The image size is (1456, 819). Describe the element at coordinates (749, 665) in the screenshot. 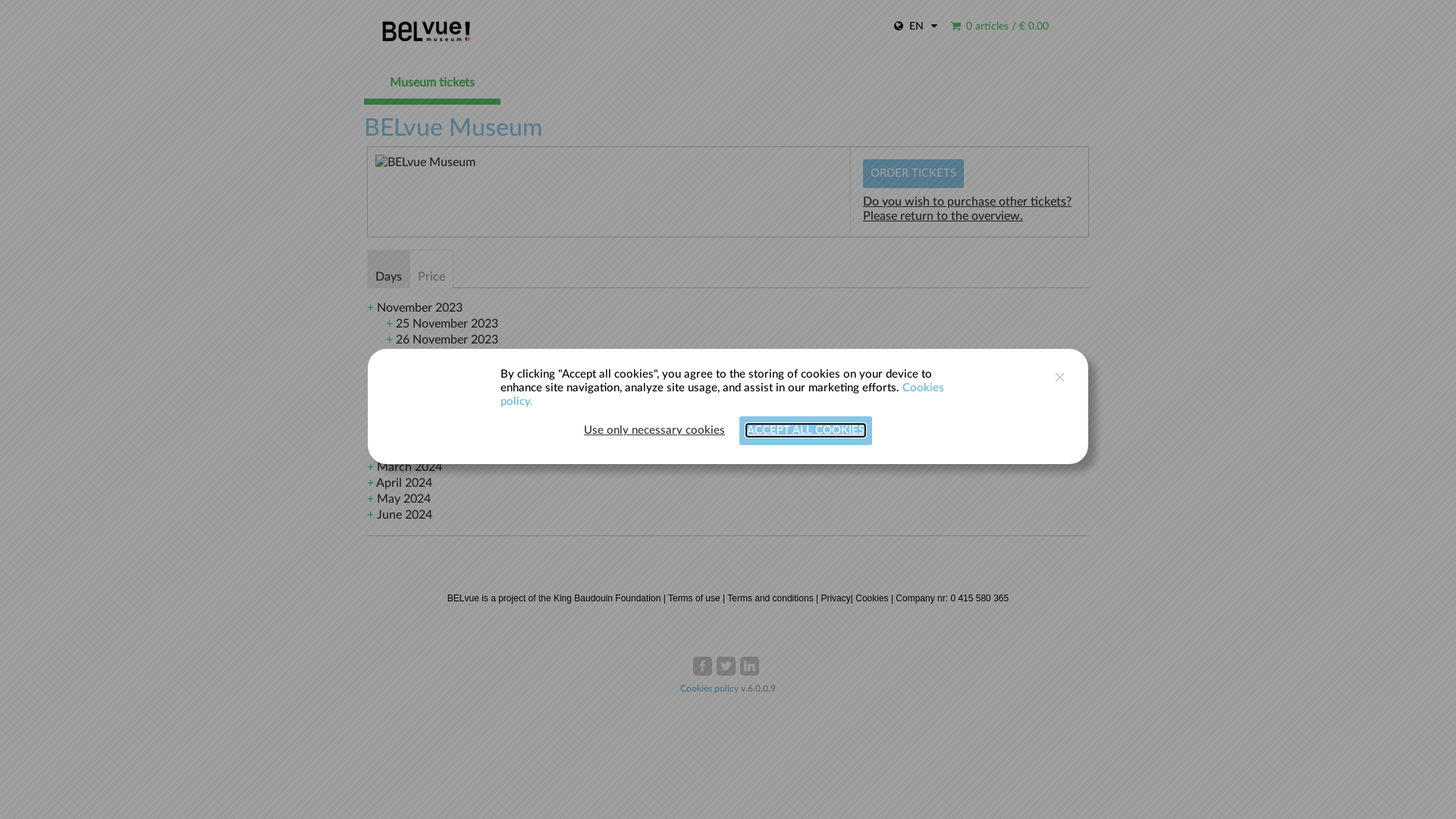

I see `'Follow us on LinkedIn'` at that location.